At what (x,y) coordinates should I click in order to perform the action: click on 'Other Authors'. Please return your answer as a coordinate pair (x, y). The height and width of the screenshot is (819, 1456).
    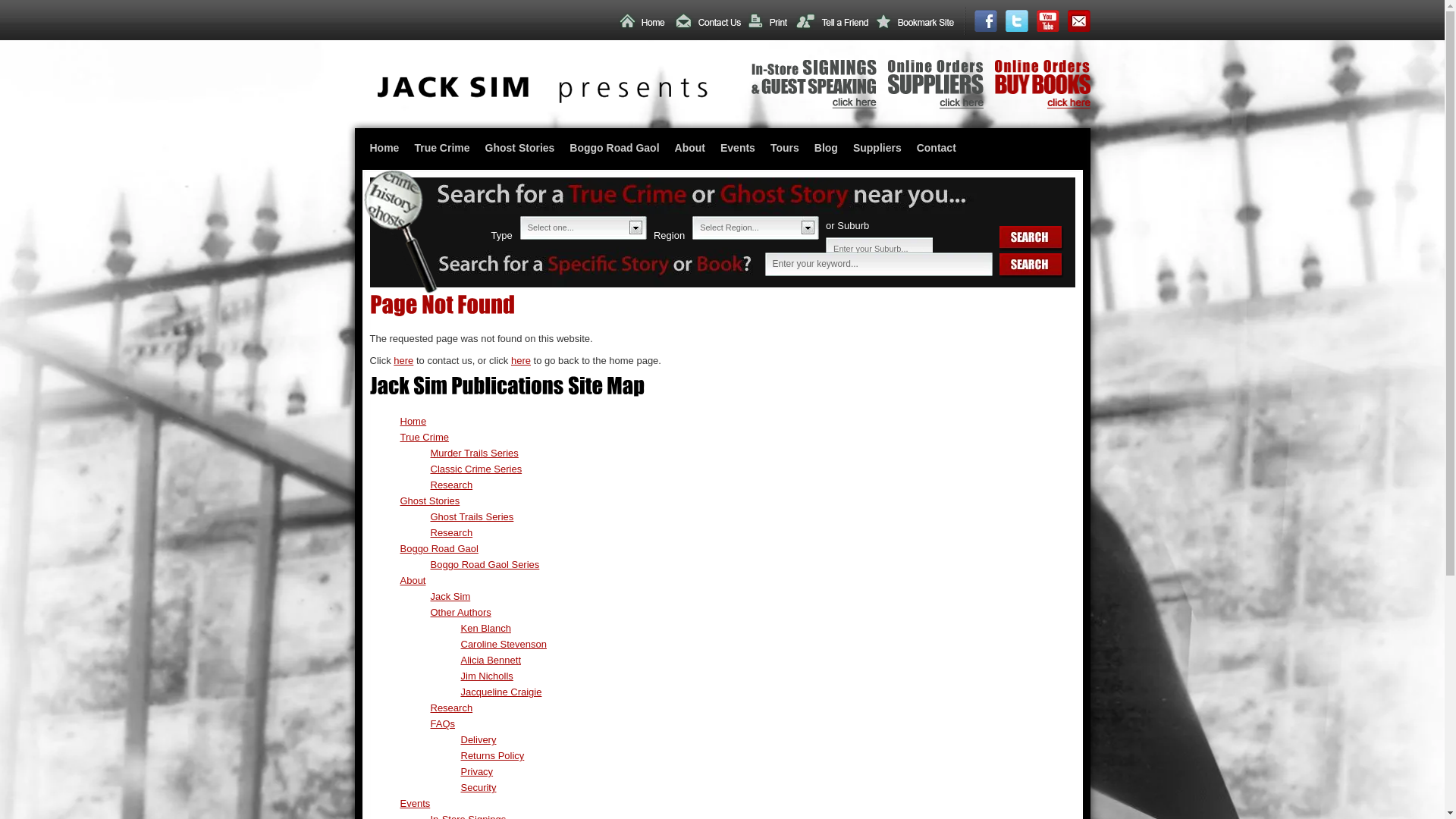
    Looking at the image, I should click on (460, 611).